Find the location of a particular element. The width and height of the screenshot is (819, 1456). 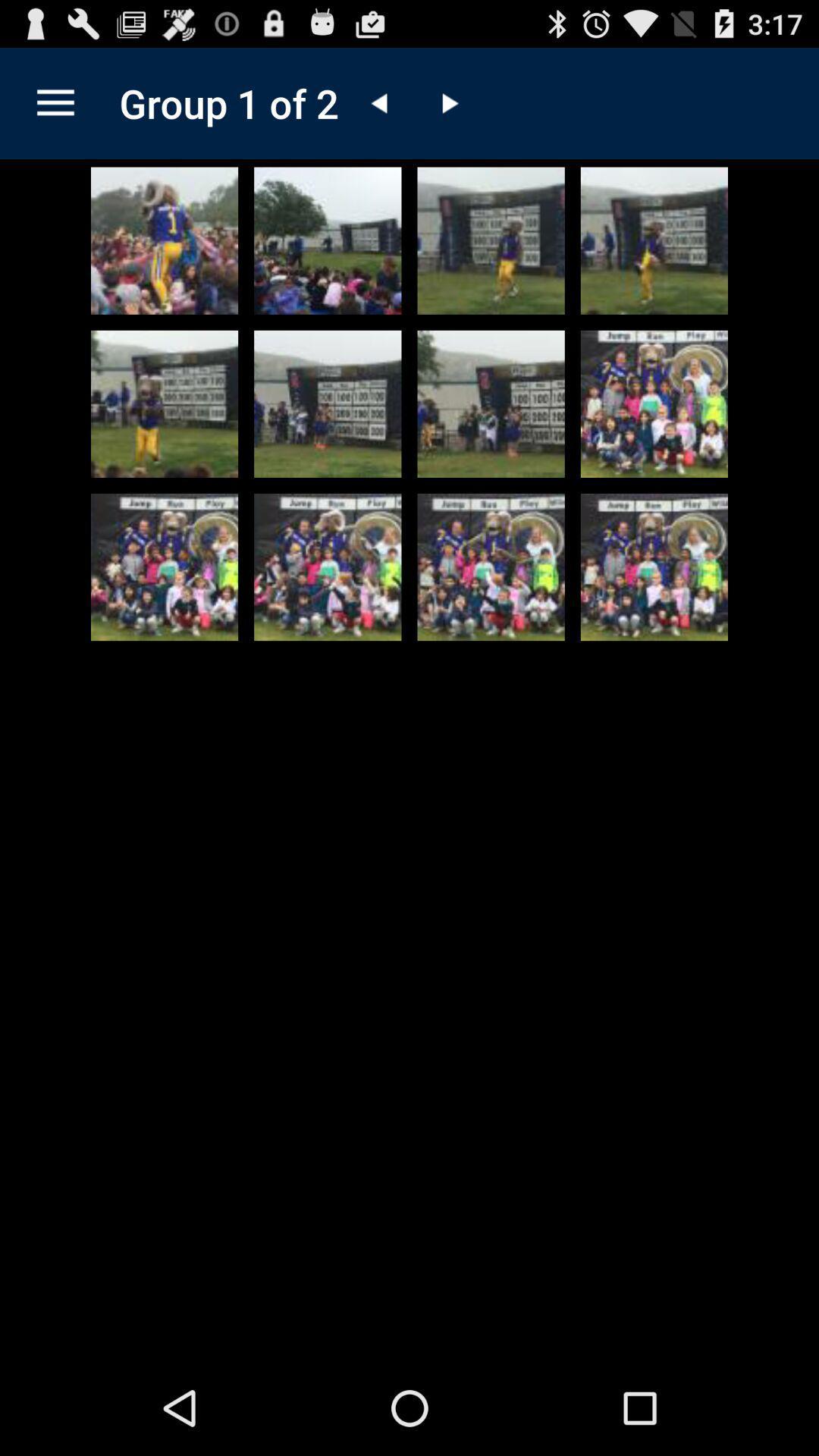

next group is located at coordinates (447, 102).